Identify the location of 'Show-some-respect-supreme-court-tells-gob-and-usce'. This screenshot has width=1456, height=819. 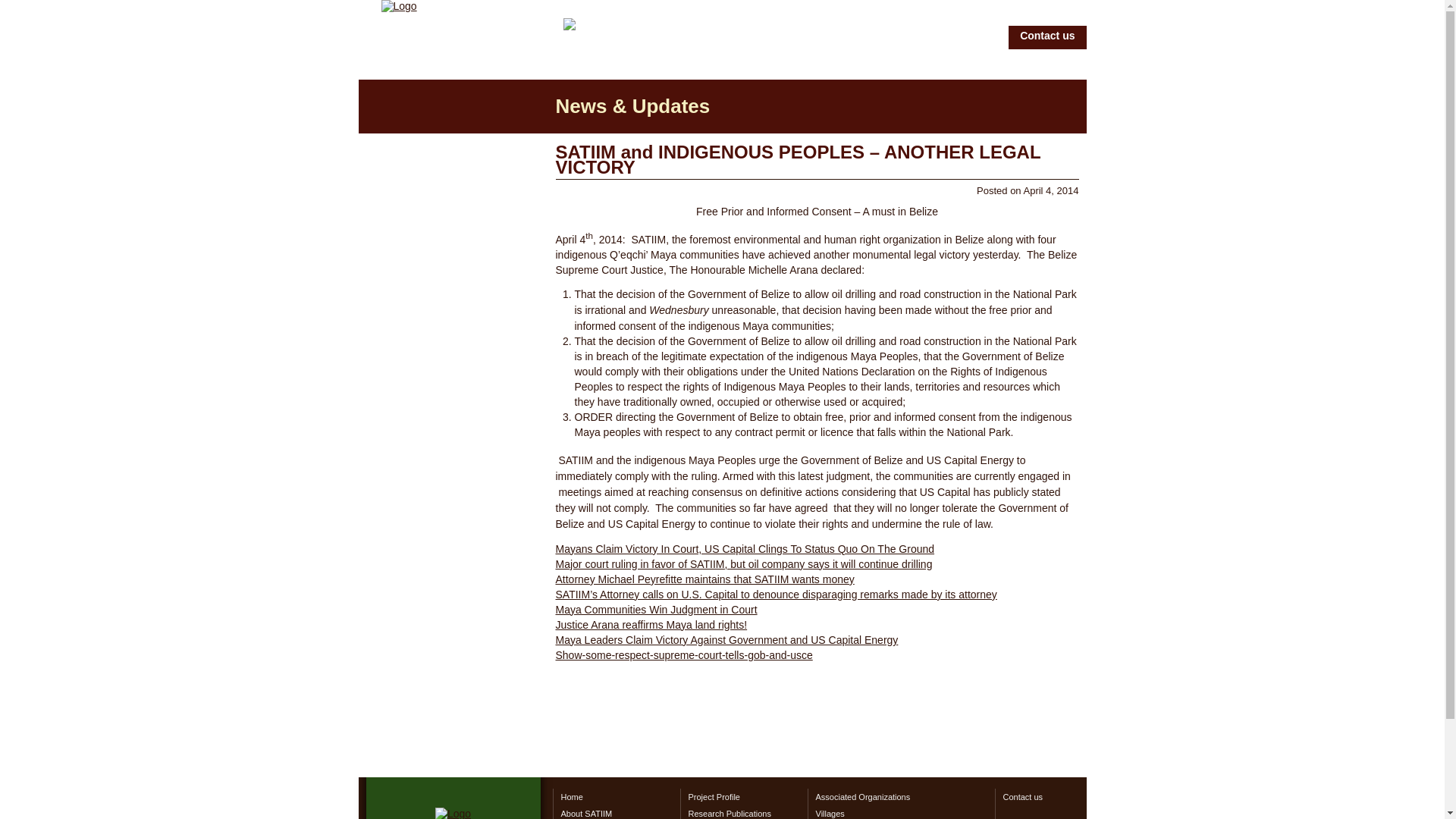
(682, 654).